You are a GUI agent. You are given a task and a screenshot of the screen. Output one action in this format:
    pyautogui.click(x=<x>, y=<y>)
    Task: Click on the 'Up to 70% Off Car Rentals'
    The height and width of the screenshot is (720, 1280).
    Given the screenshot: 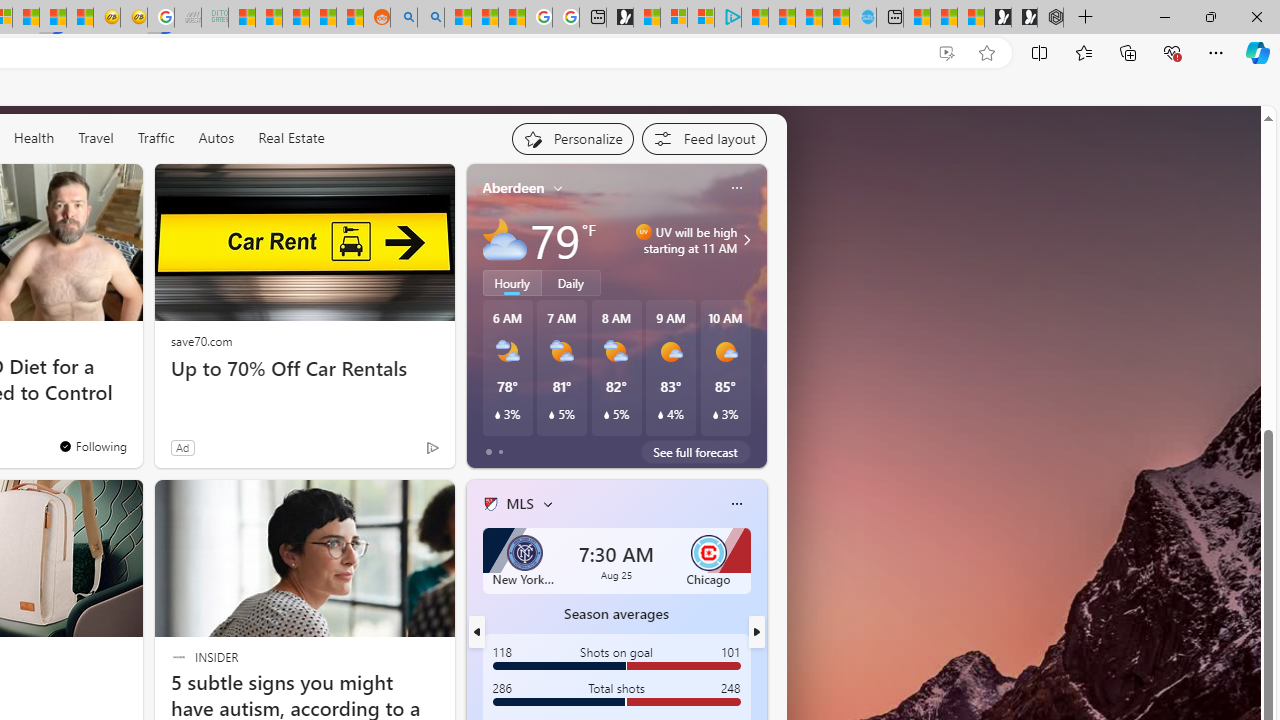 What is the action you would take?
    pyautogui.click(x=303, y=368)
    